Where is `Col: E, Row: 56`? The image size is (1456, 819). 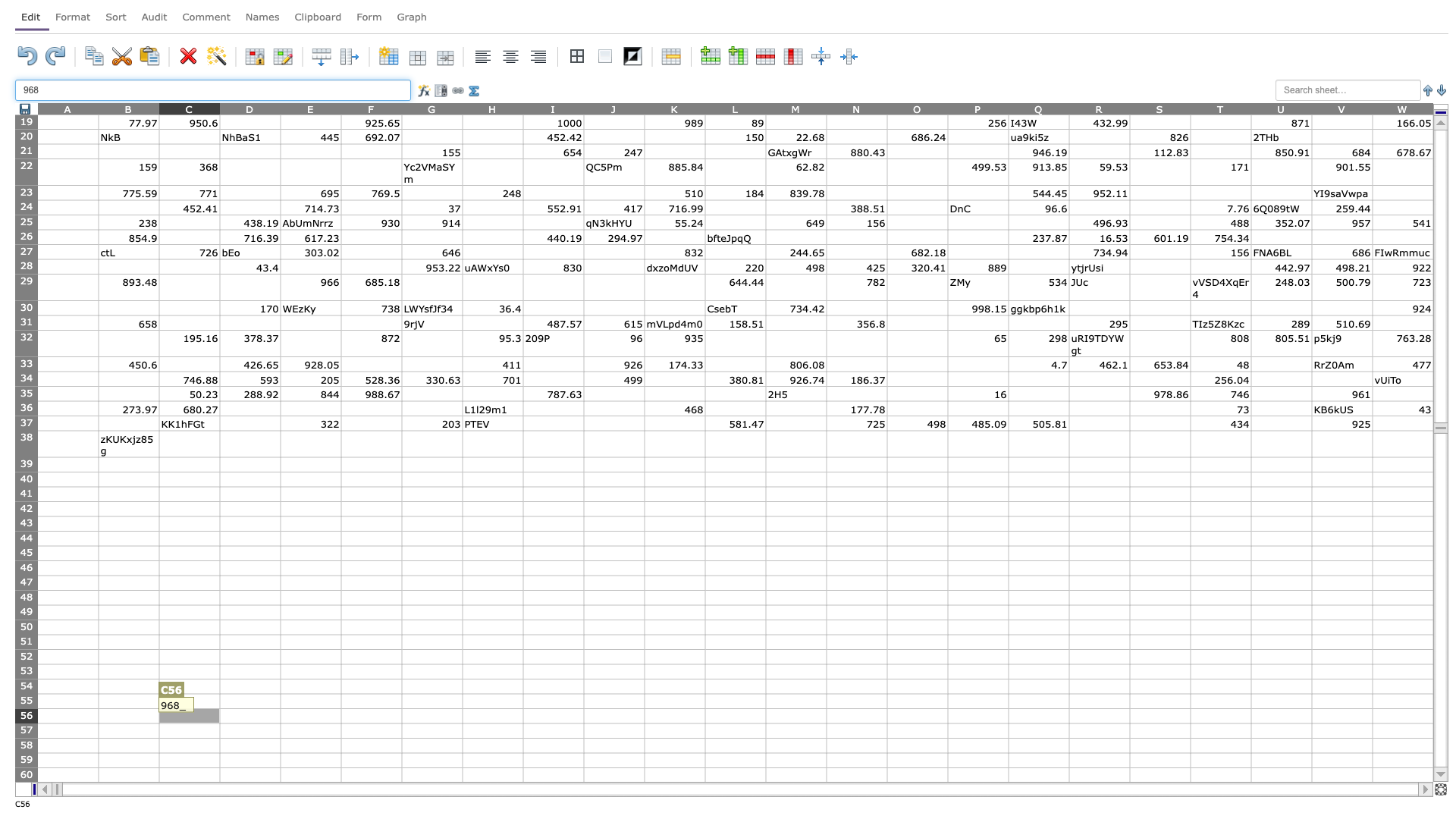
Col: E, Row: 56 is located at coordinates (309, 716).